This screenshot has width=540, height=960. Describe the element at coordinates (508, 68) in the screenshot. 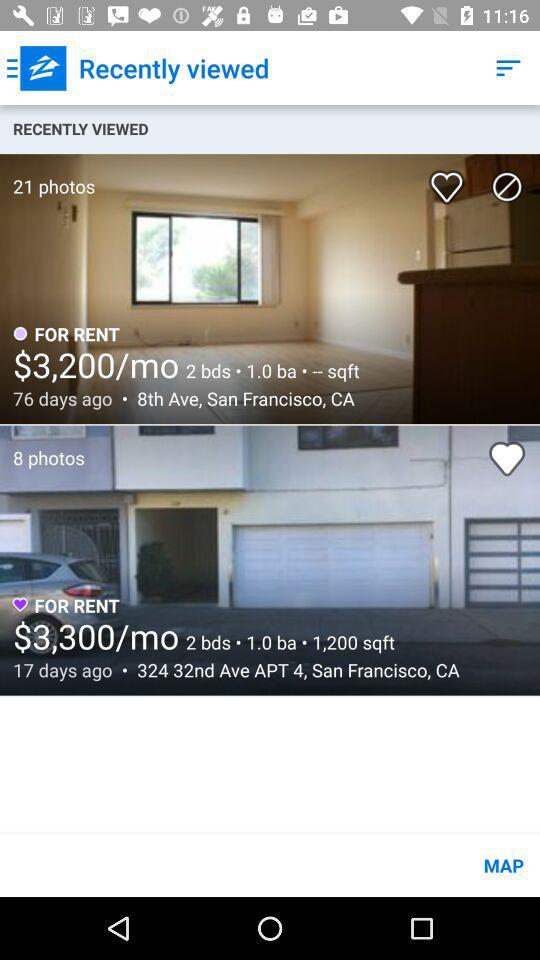

I see `the top right side button` at that location.